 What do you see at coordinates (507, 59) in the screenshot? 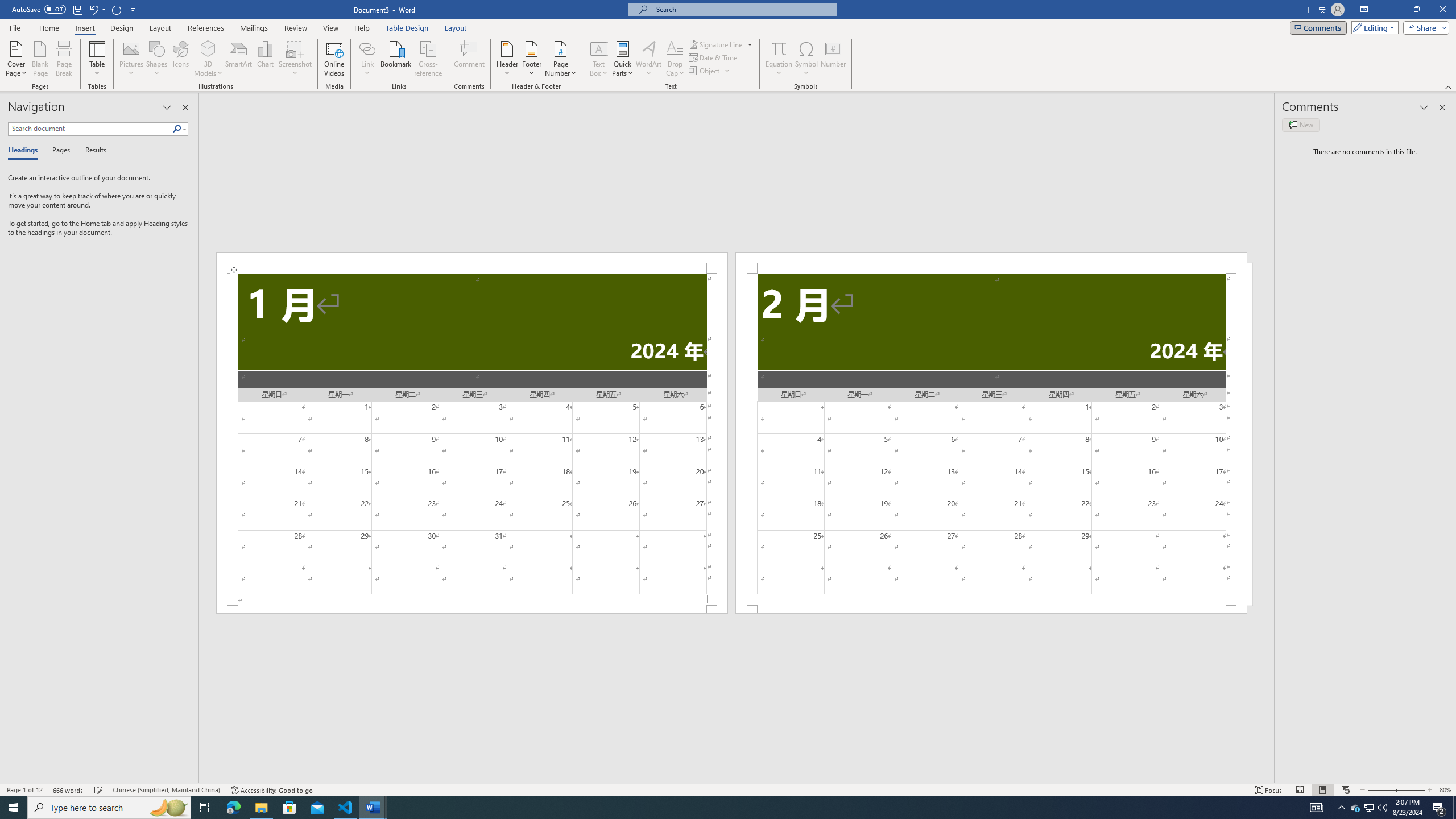
I see `'Header'` at bounding box center [507, 59].